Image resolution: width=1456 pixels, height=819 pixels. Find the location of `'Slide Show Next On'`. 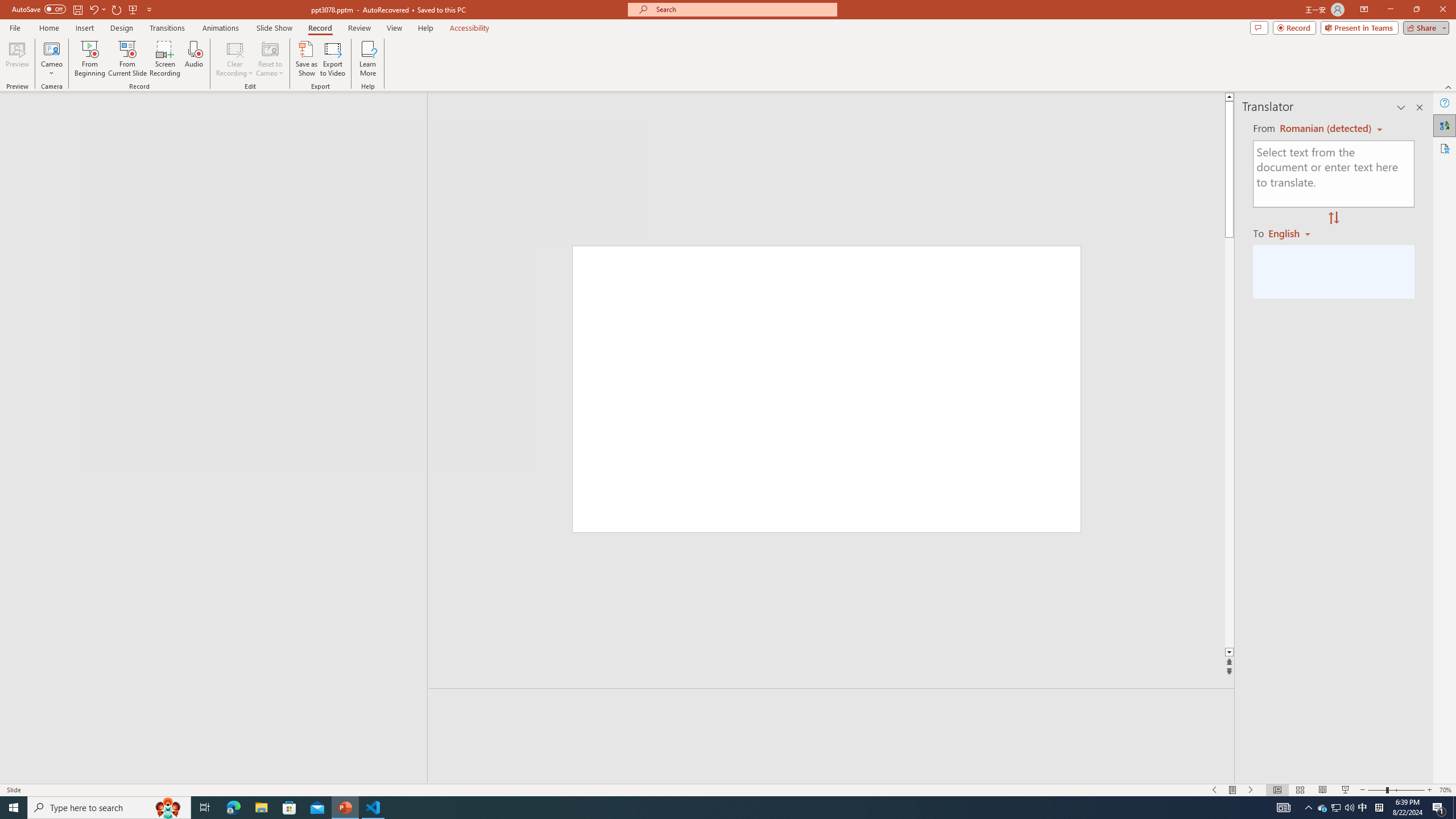

'Slide Show Next On' is located at coordinates (1251, 790).